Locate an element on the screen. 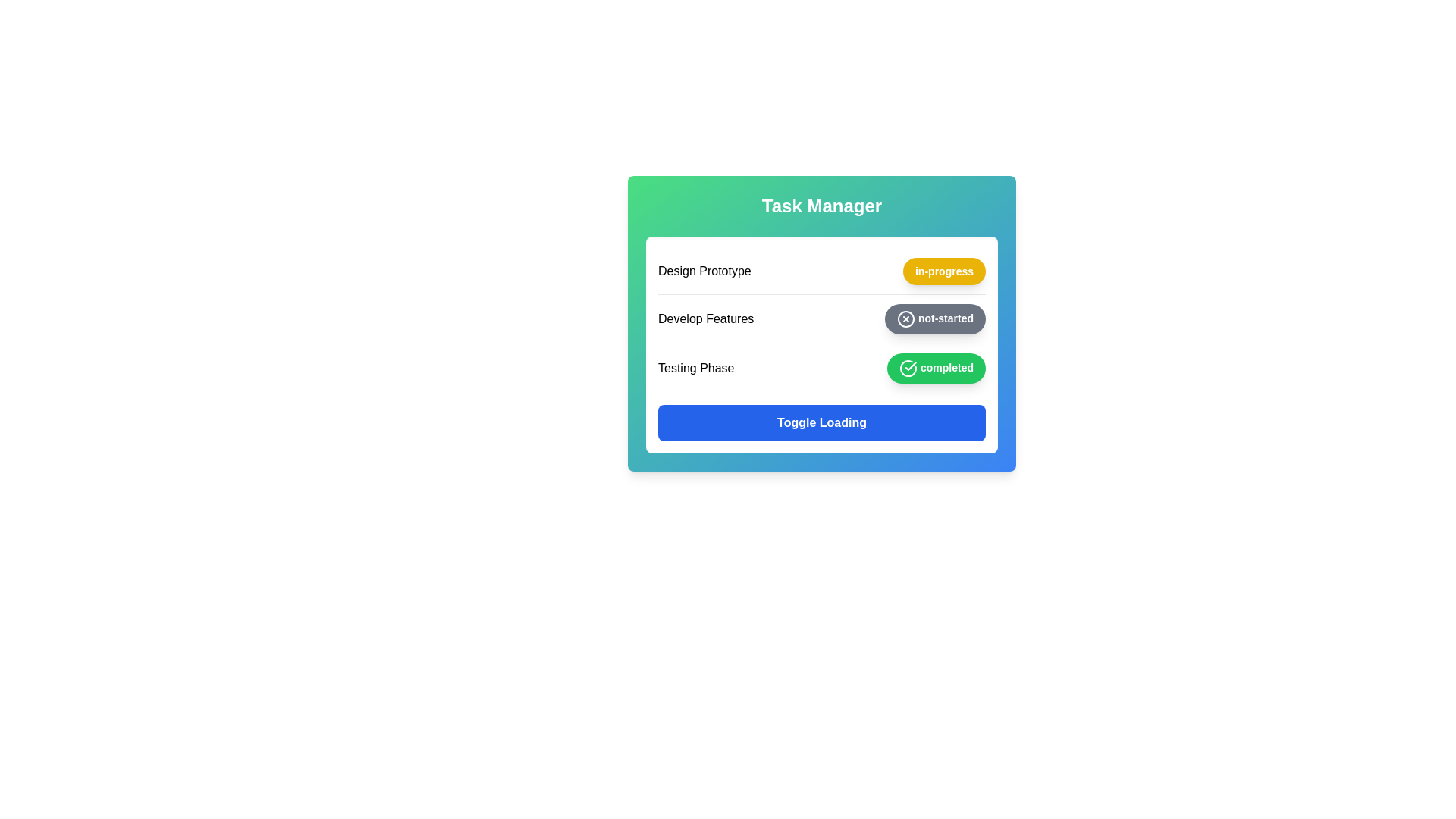 The image size is (1456, 819). the interactive button that indicates the 'Testing Phase' task status is located at coordinates (935, 369).